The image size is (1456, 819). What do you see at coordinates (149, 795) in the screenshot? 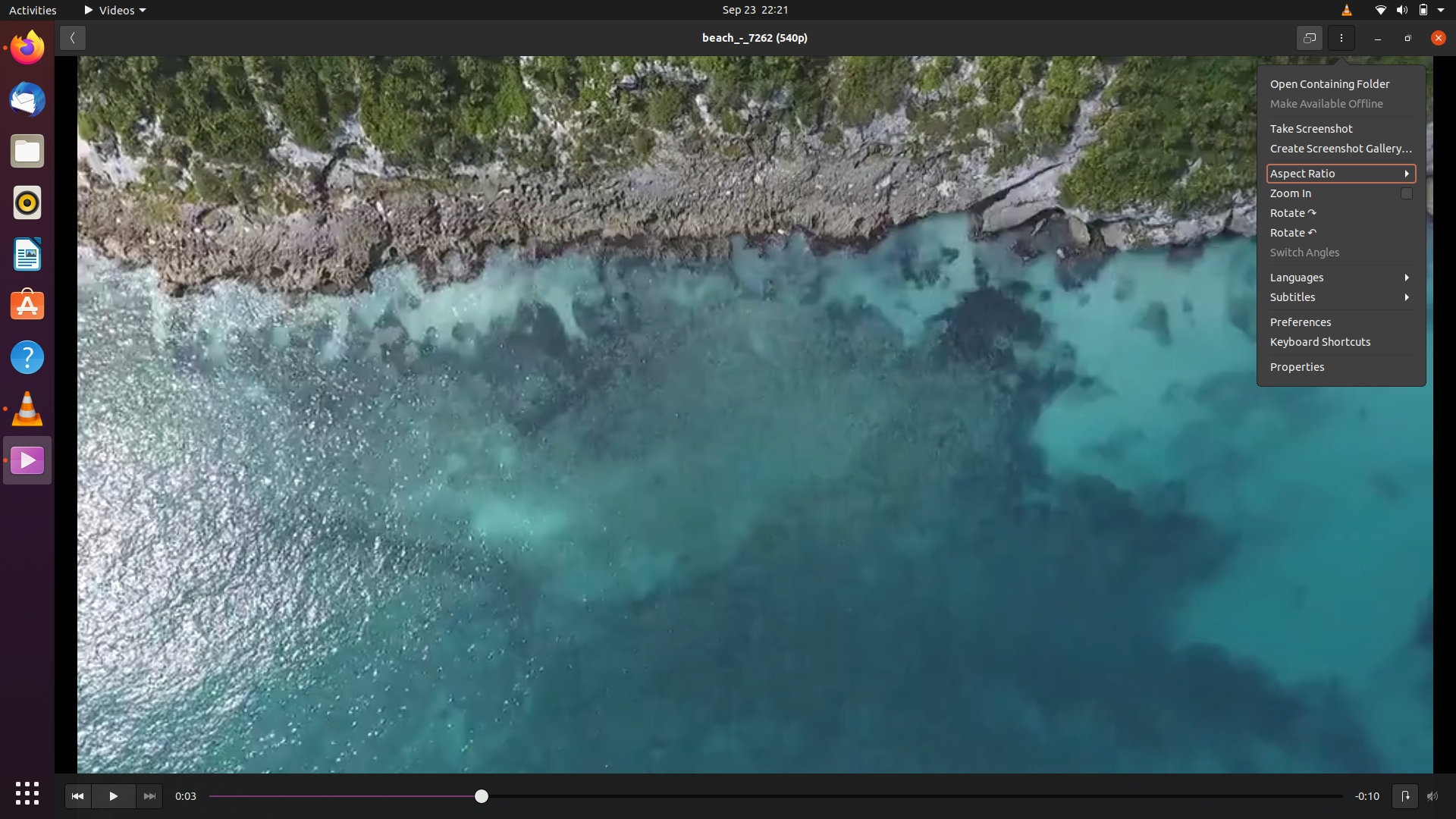
I see `view the subsequent video in the queue` at bounding box center [149, 795].